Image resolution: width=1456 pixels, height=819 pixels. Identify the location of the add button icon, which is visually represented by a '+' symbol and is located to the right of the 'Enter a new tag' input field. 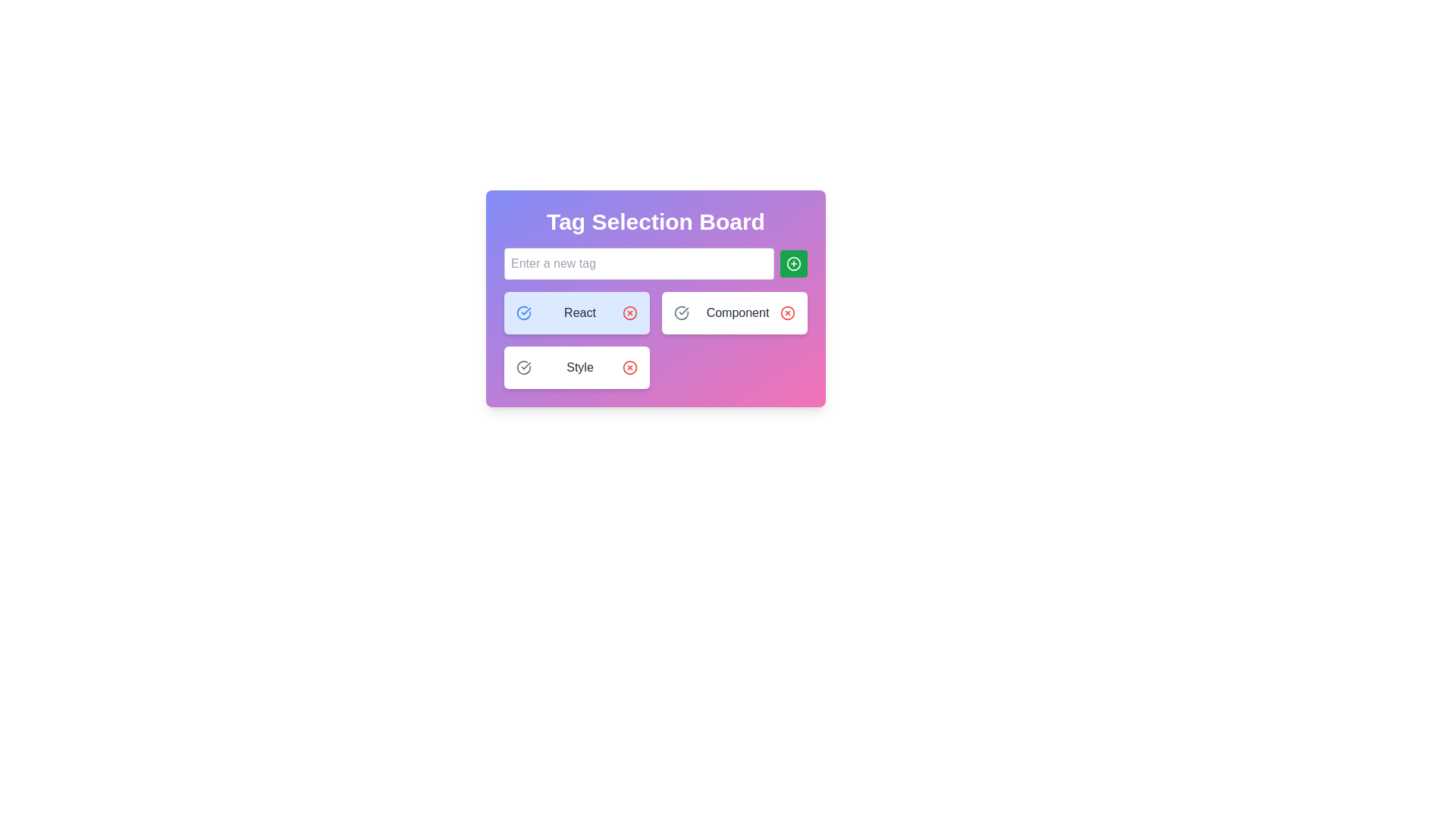
(792, 262).